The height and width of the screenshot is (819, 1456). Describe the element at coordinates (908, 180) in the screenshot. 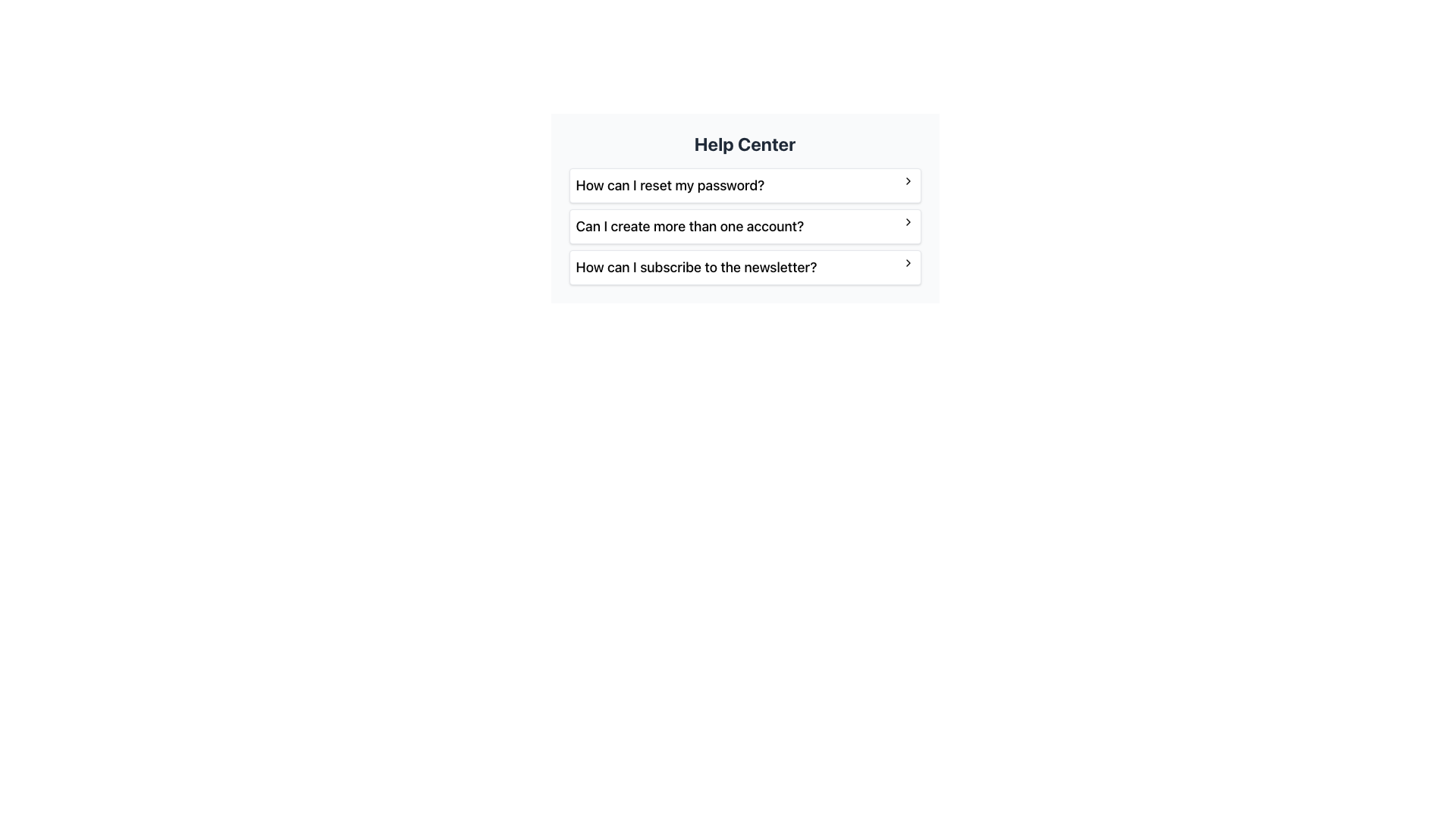

I see `the icon or toggle button located on the far right of the first row in the 'Help Center' list` at that location.